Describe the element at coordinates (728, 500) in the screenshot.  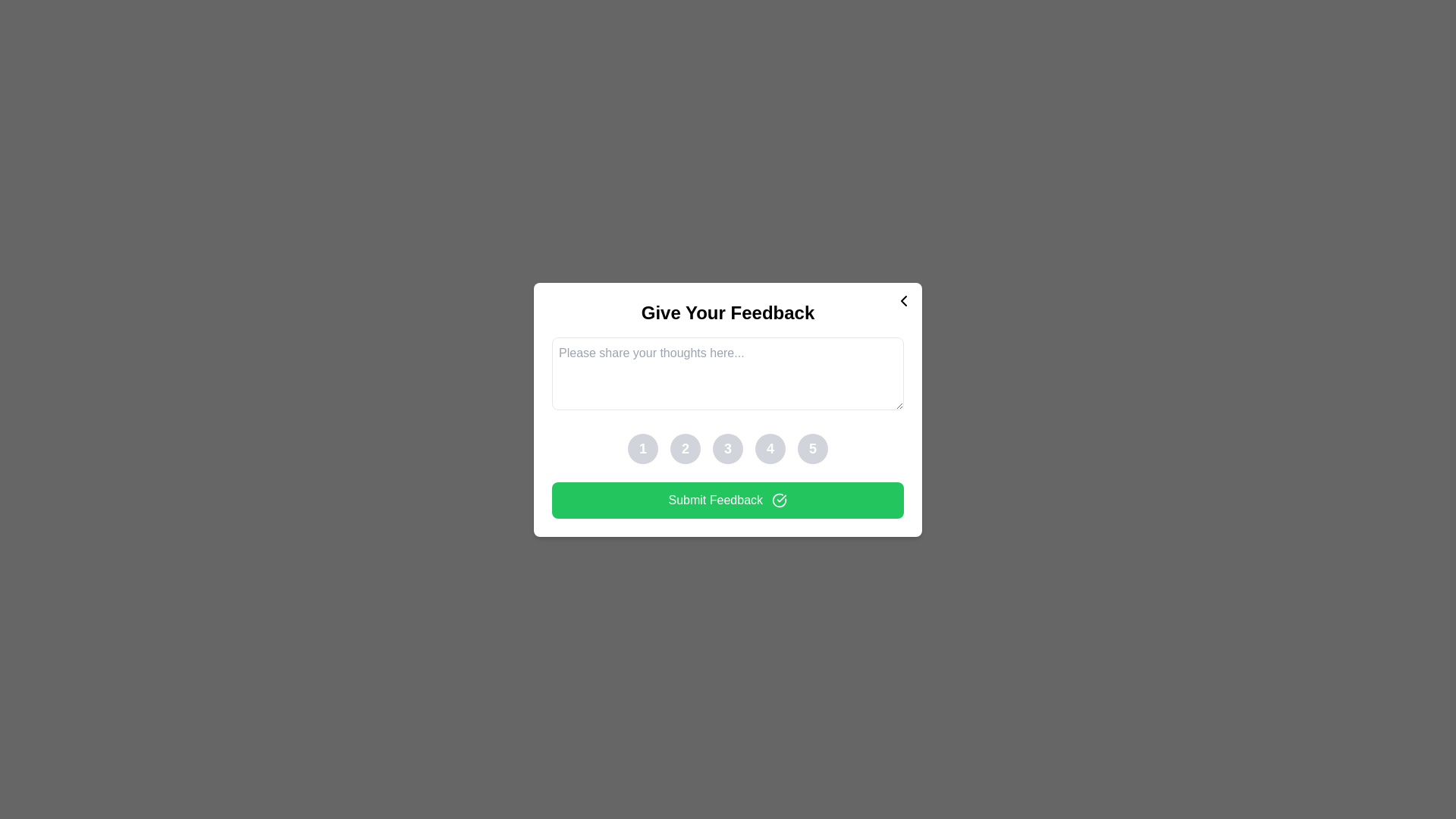
I see `the 'Submit Feedback' button to submit the feedback form` at that location.